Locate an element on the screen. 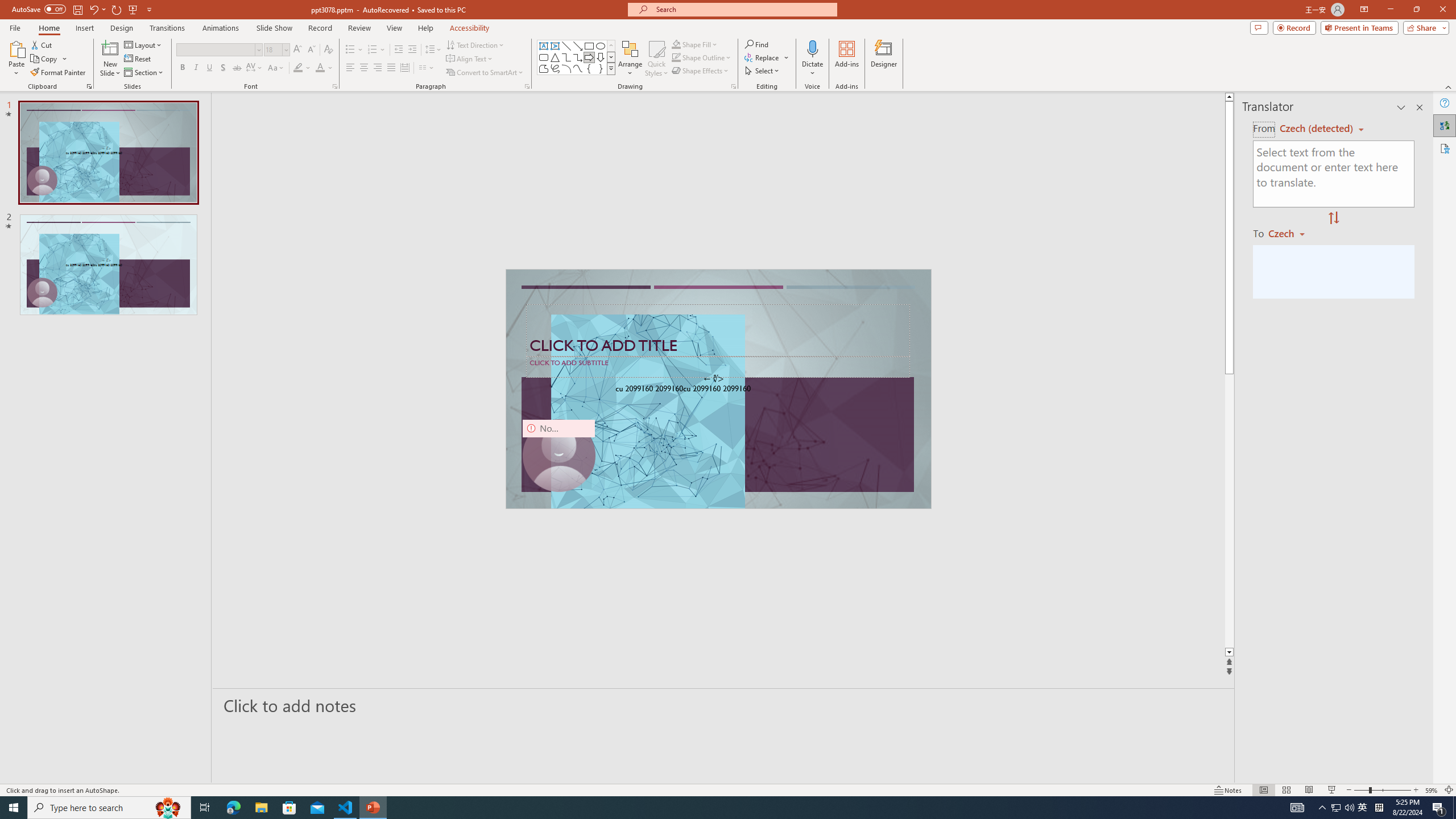  'Swap "from" and "to" languages.' is located at coordinates (1333, 218).